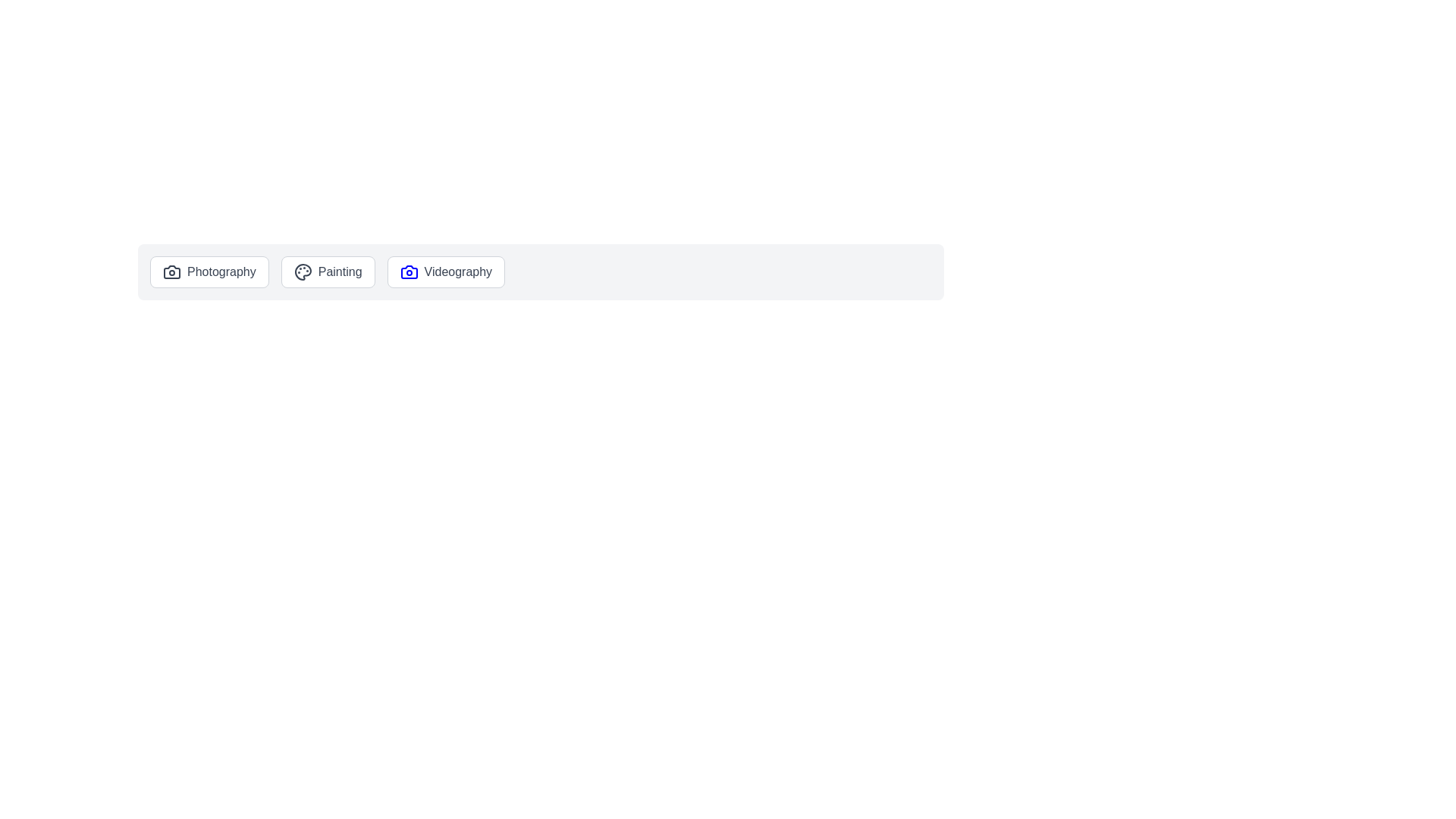  I want to click on the Photography chip to select it, so click(208, 271).